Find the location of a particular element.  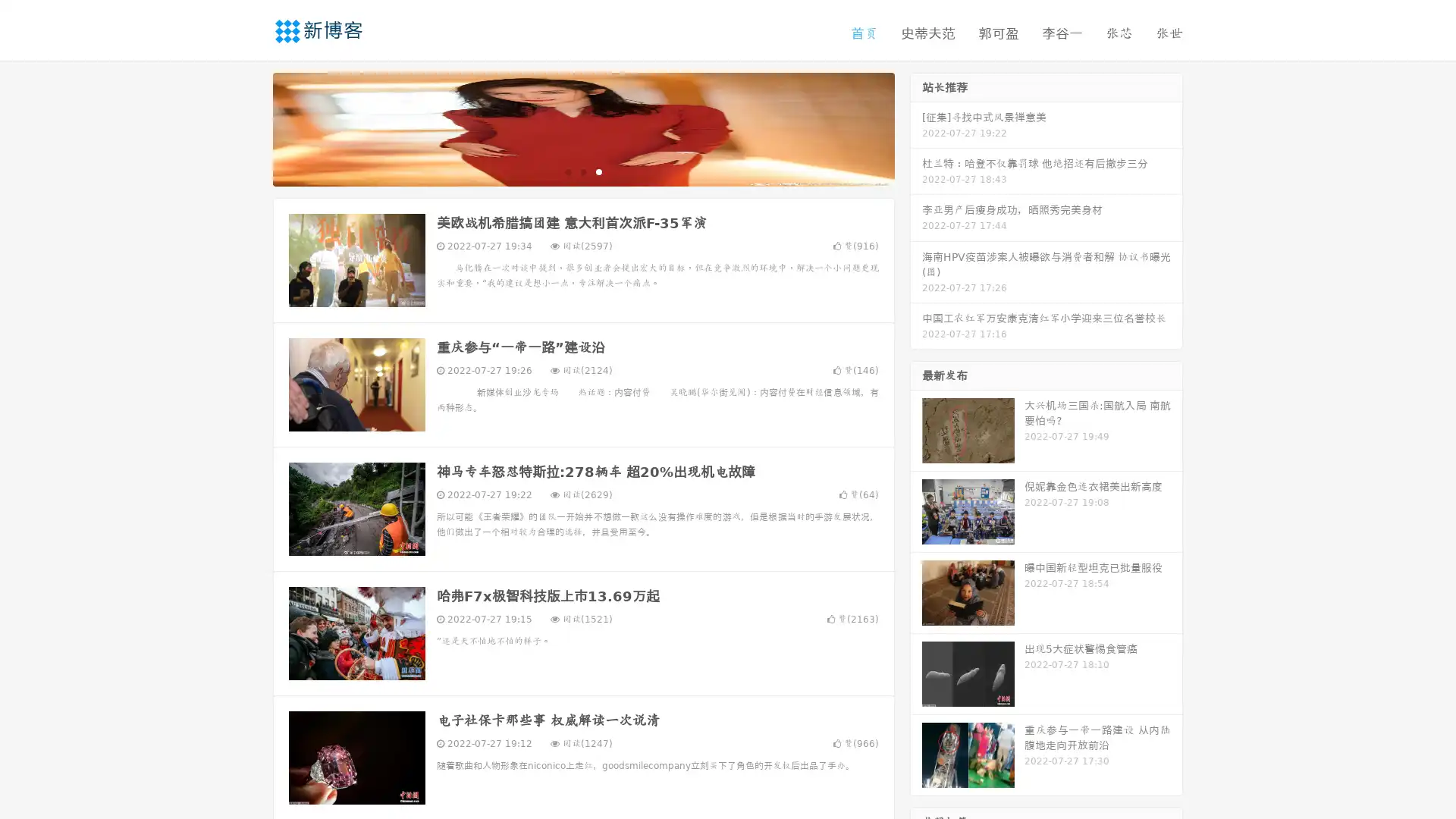

Previous slide is located at coordinates (250, 127).